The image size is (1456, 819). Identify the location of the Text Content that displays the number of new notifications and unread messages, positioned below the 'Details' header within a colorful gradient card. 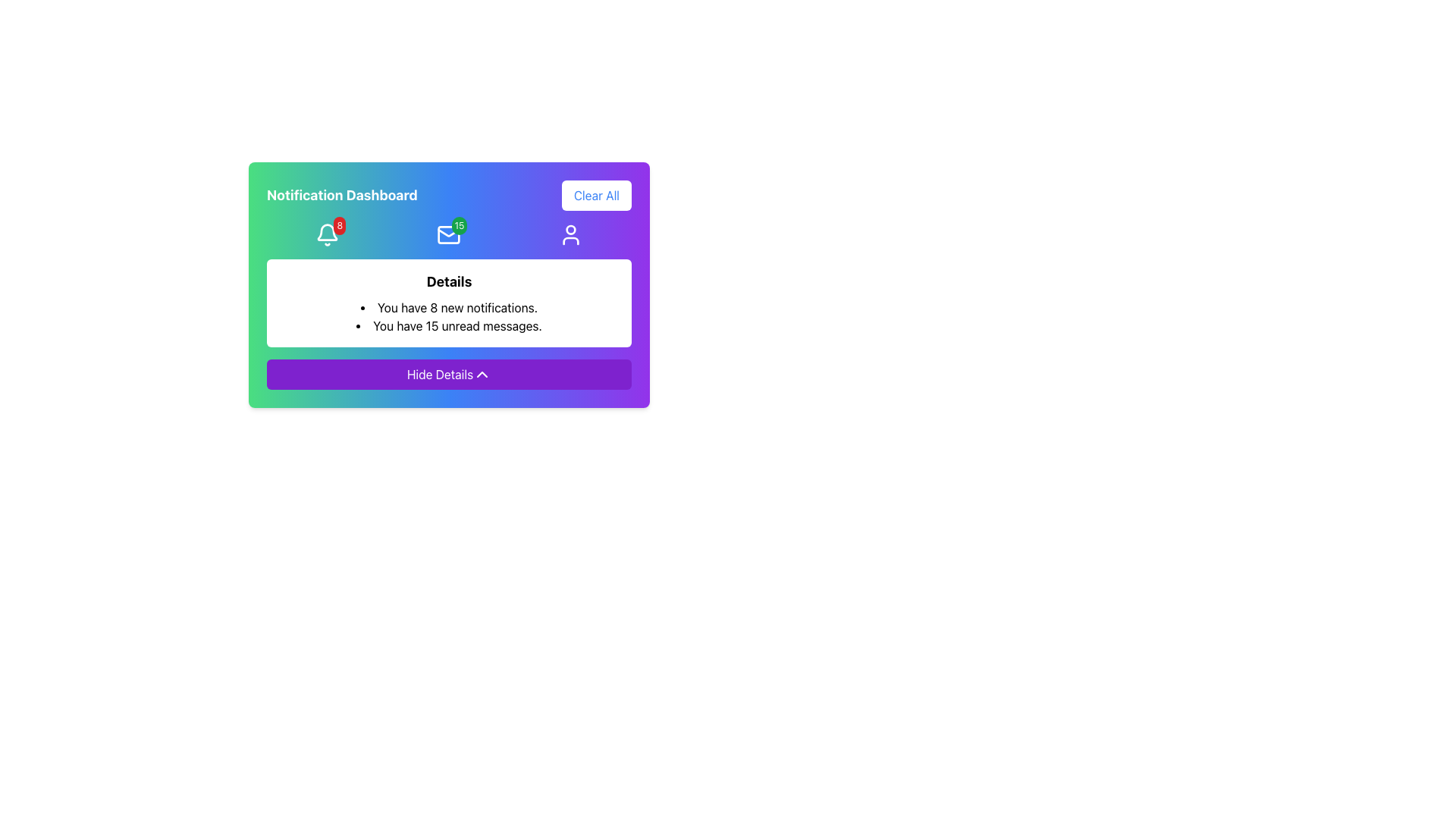
(448, 315).